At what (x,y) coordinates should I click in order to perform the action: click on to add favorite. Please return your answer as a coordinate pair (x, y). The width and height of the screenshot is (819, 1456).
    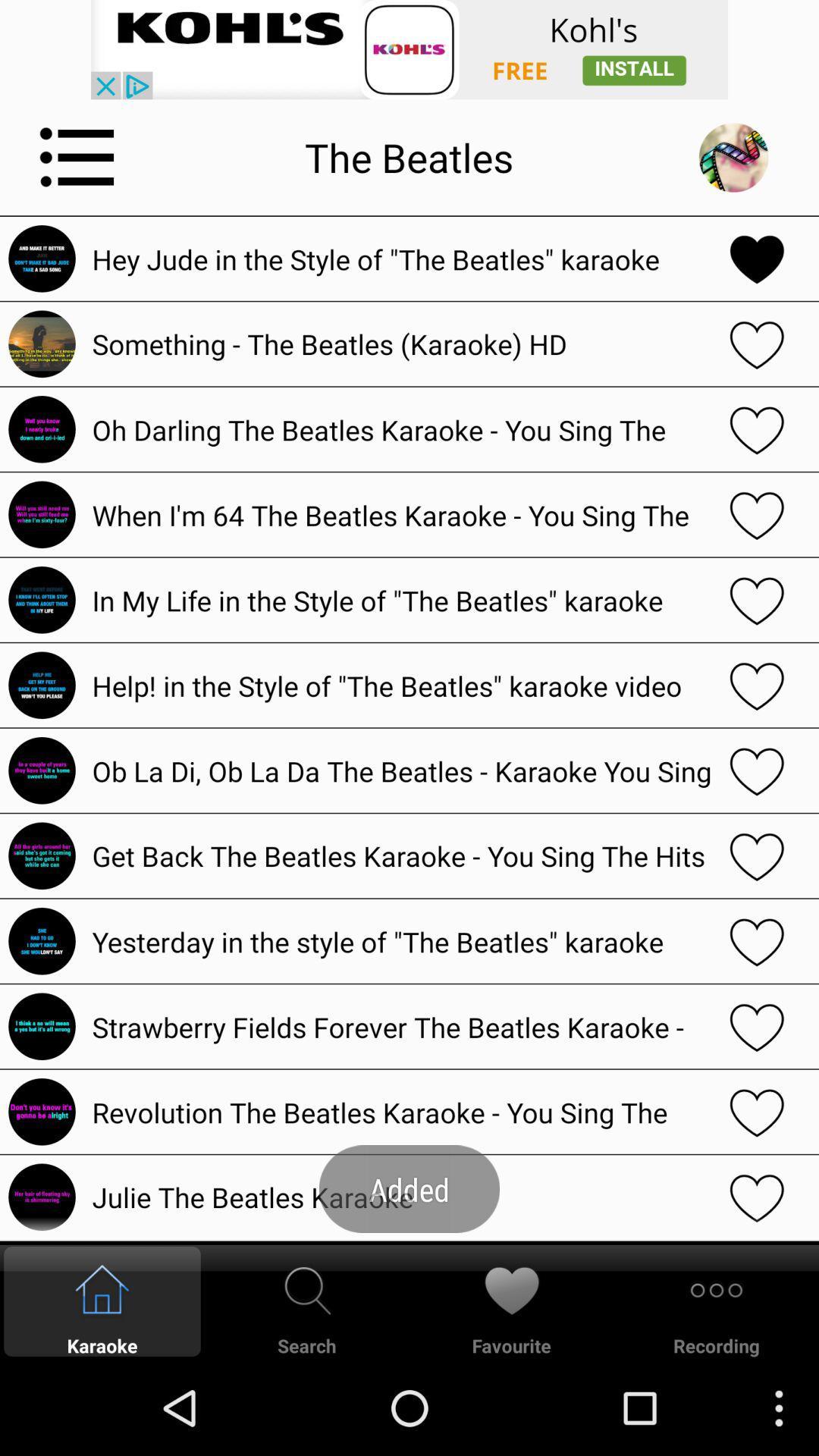
    Looking at the image, I should click on (757, 343).